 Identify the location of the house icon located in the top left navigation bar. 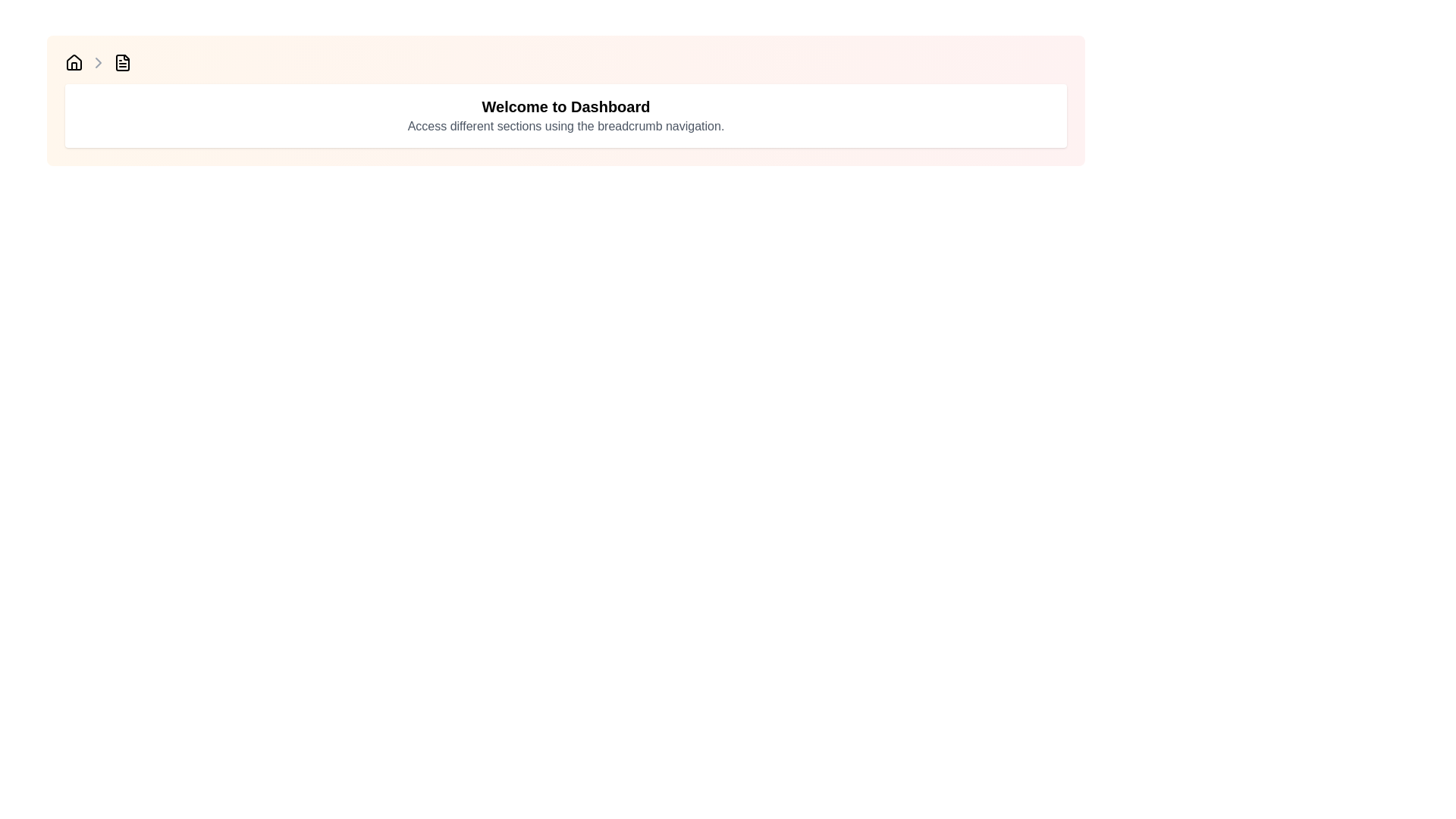
(73, 61).